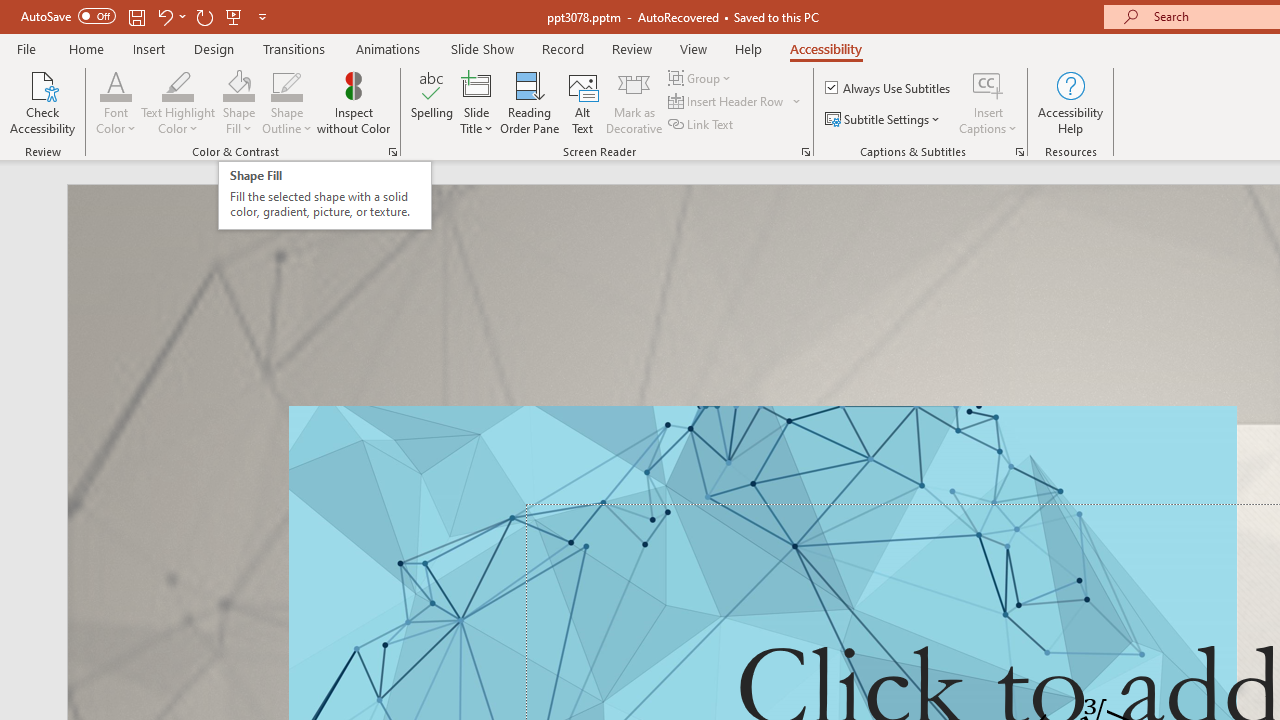  What do you see at coordinates (805, 150) in the screenshot?
I see `'Screen Reader'` at bounding box center [805, 150].